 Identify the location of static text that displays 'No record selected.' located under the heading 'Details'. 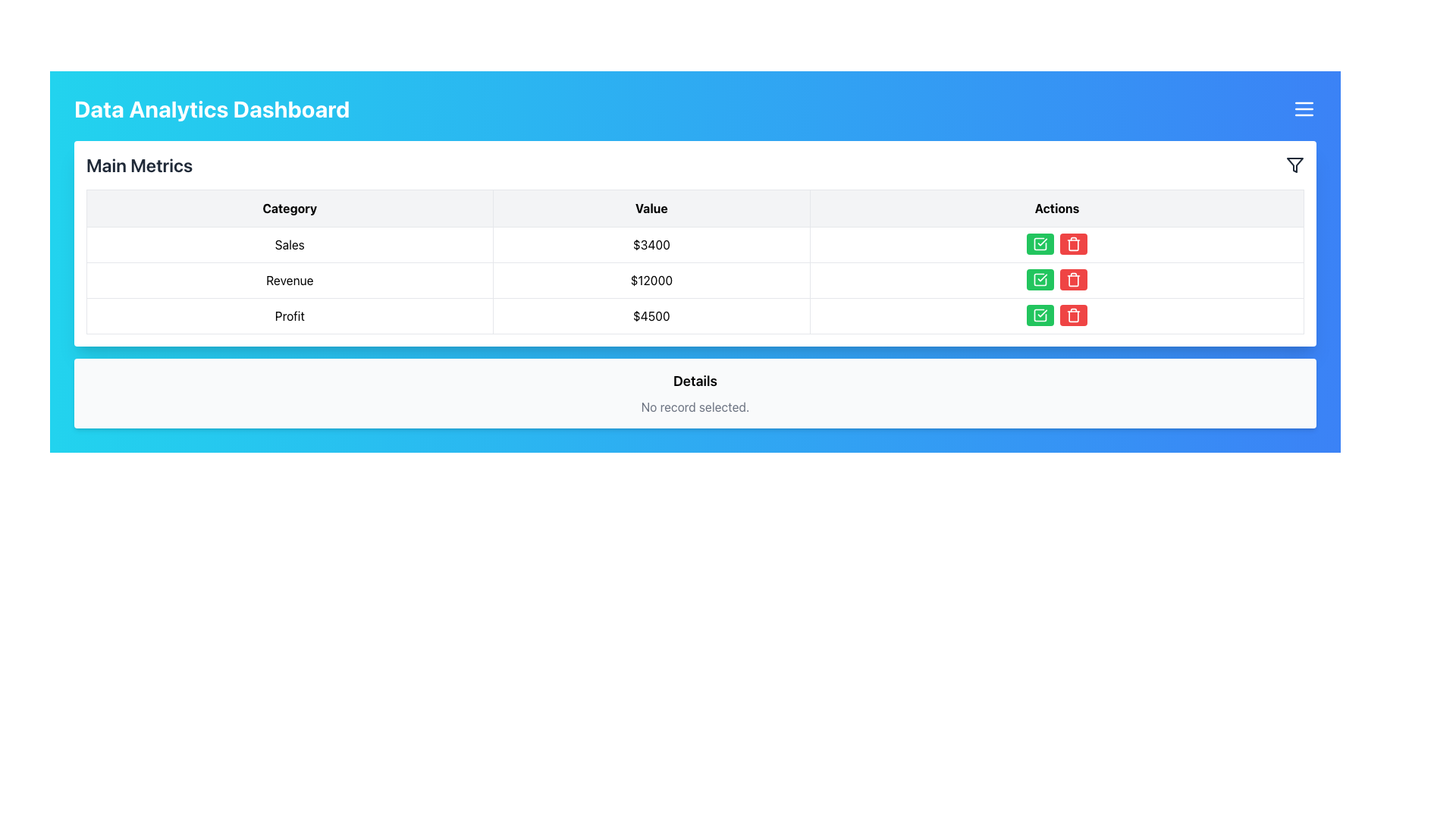
(694, 406).